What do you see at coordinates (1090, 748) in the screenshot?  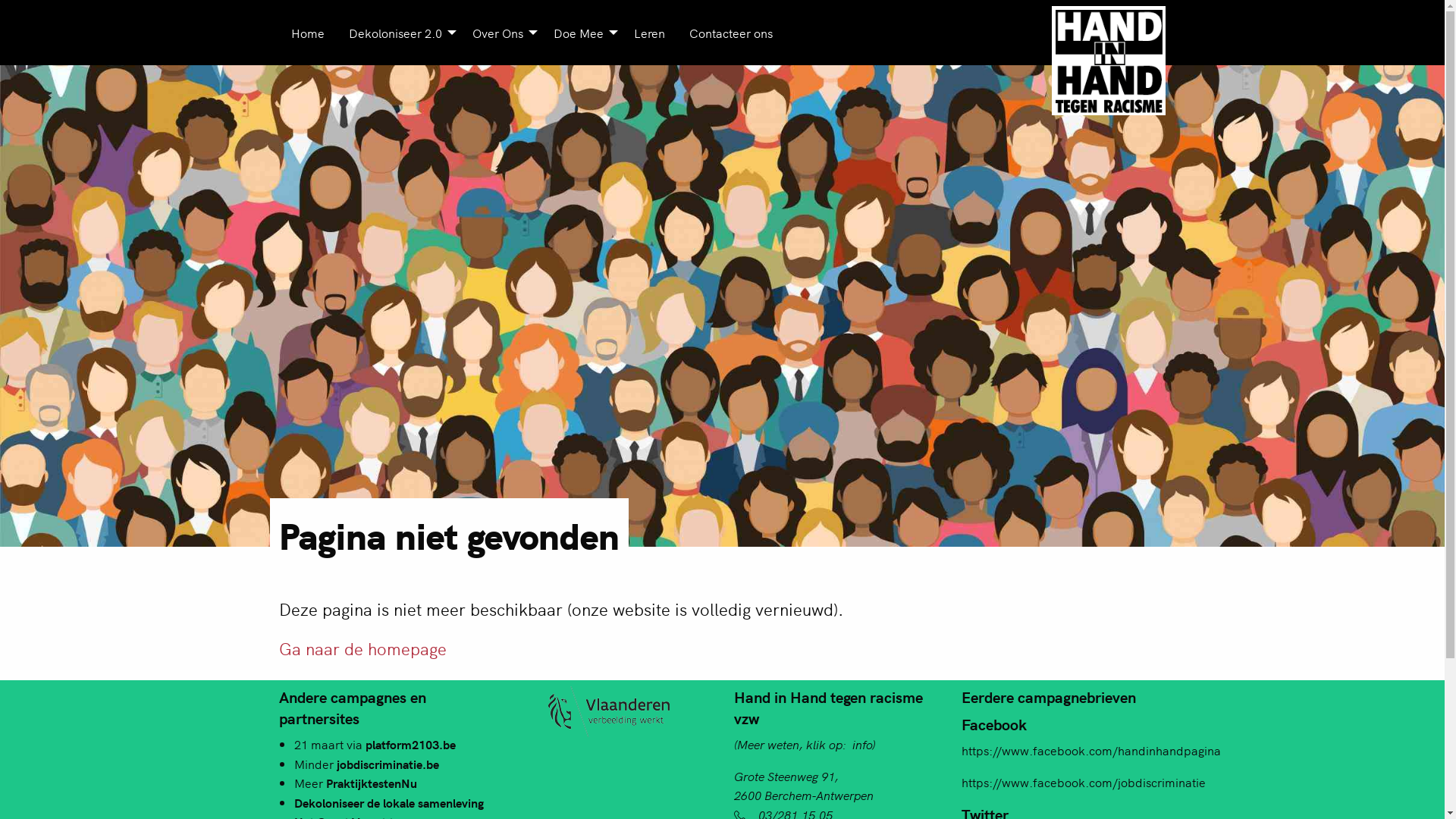 I see `'https://www.facebook.com/handinhandpagina'` at bounding box center [1090, 748].